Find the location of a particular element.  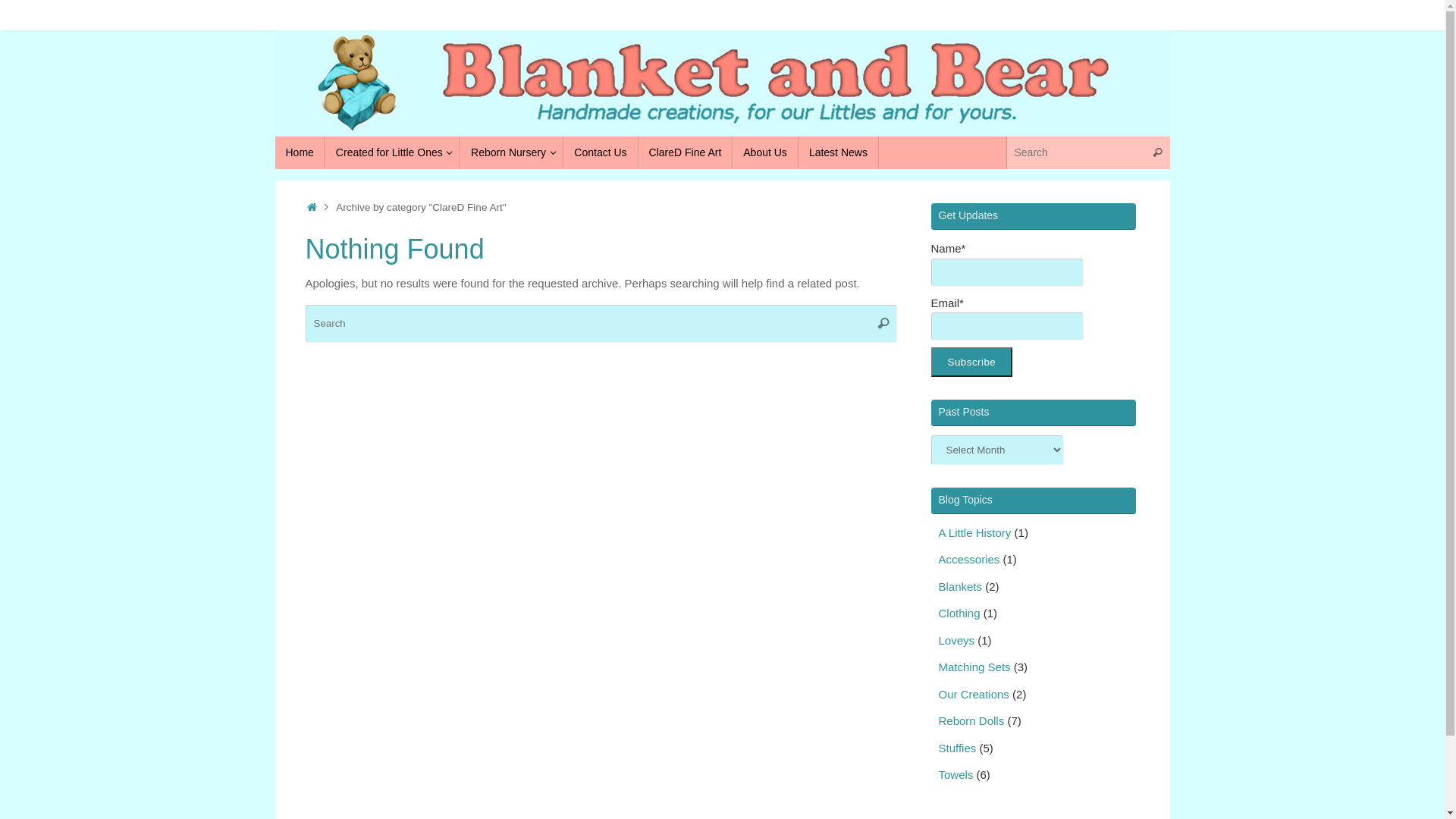

'ClareD Fine Art' is located at coordinates (685, 152).